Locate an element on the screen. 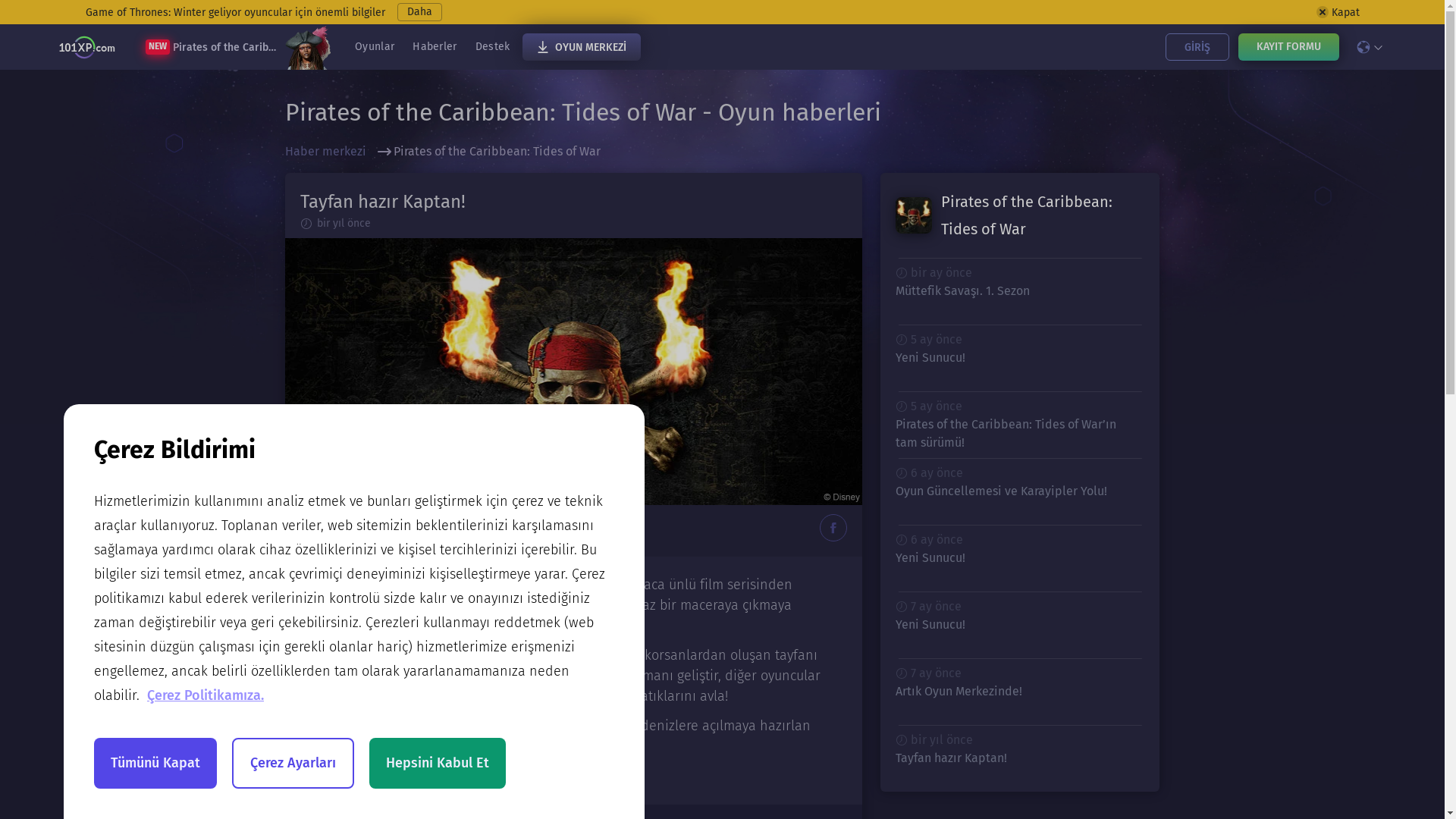  'Oyunlar' is located at coordinates (375, 45).